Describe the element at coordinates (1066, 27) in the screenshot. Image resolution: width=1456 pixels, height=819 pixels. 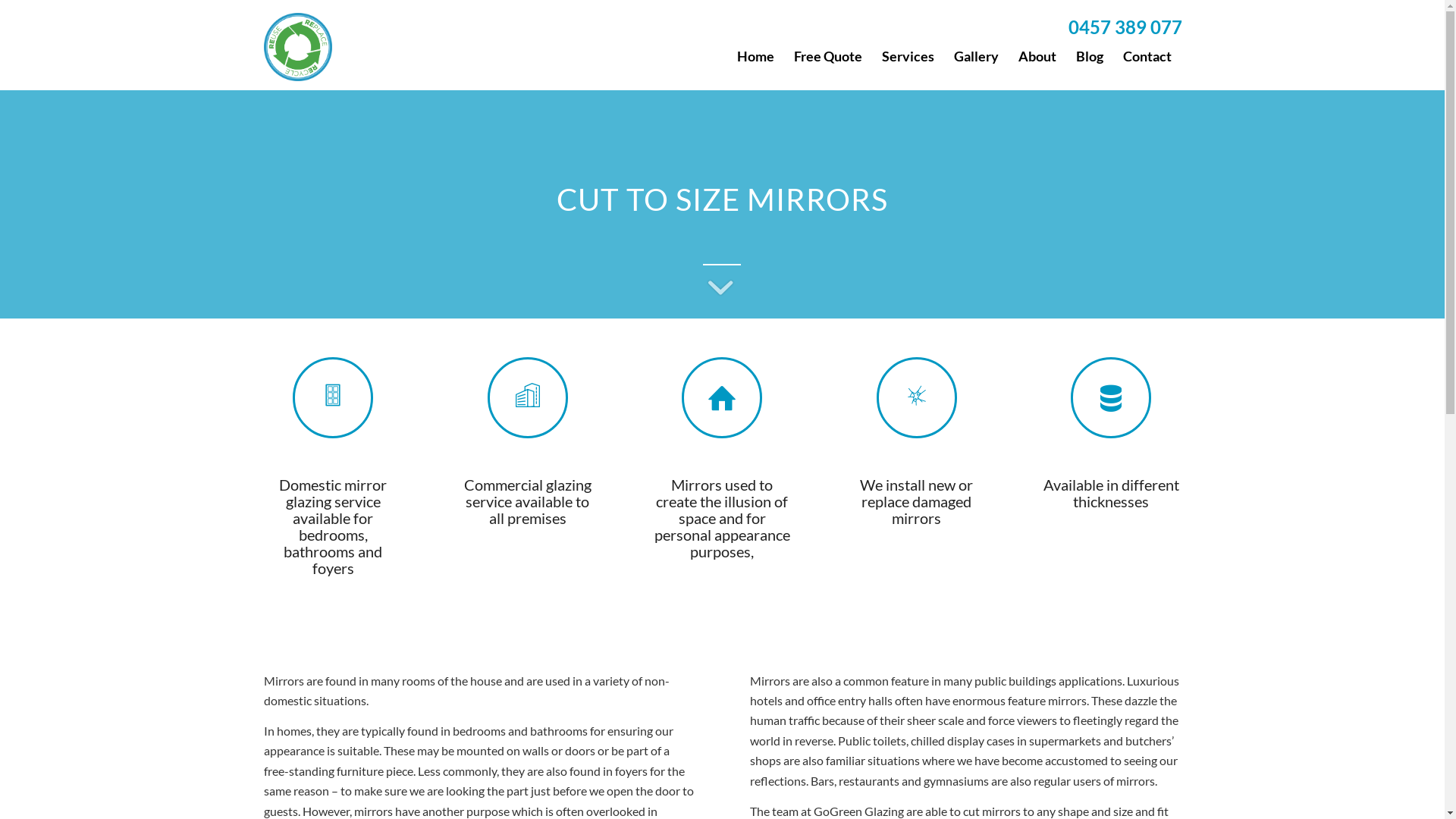
I see `'0457 389 077'` at that location.